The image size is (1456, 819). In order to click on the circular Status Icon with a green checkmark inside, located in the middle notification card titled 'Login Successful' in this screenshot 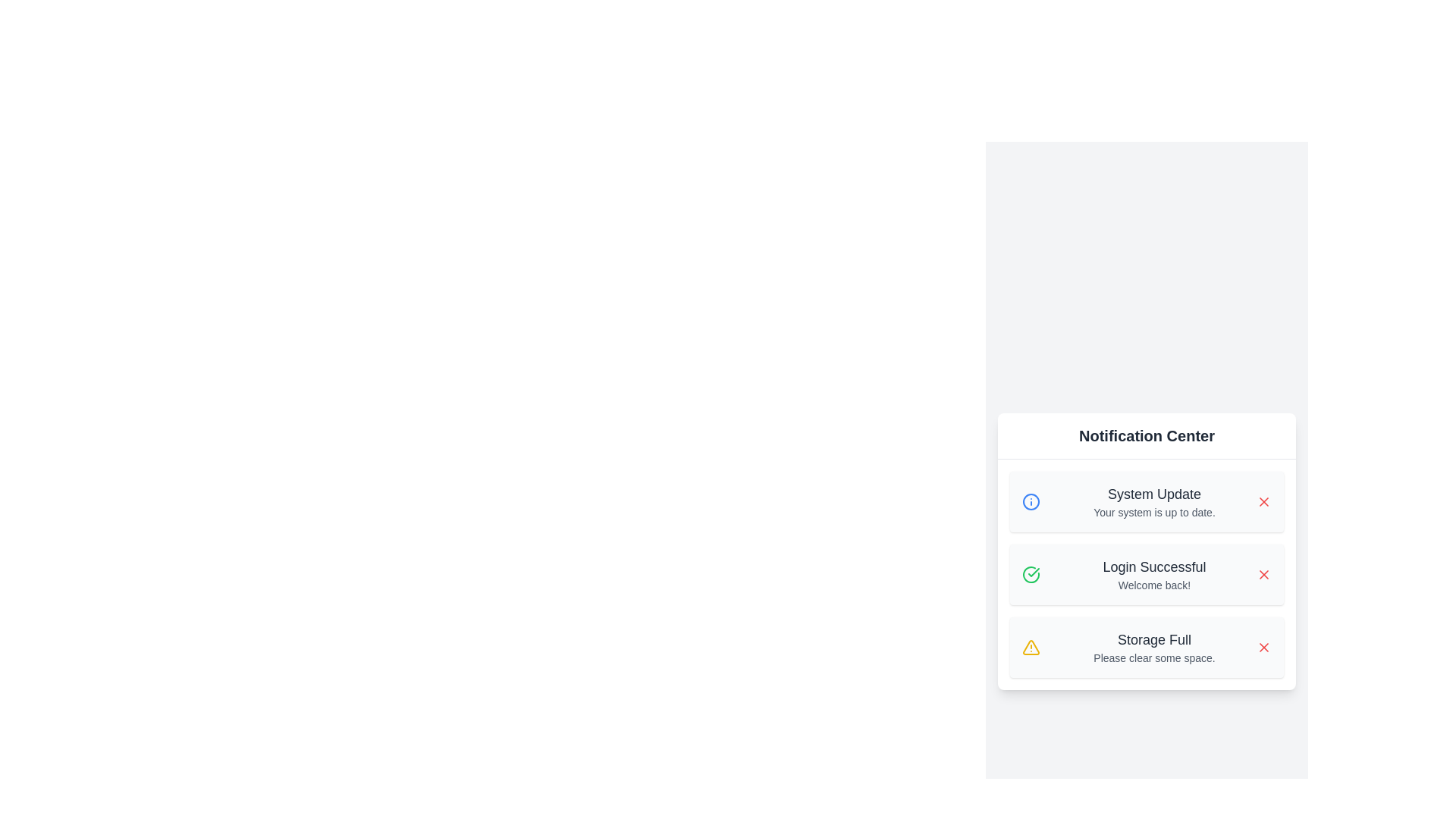, I will do `click(1031, 574)`.